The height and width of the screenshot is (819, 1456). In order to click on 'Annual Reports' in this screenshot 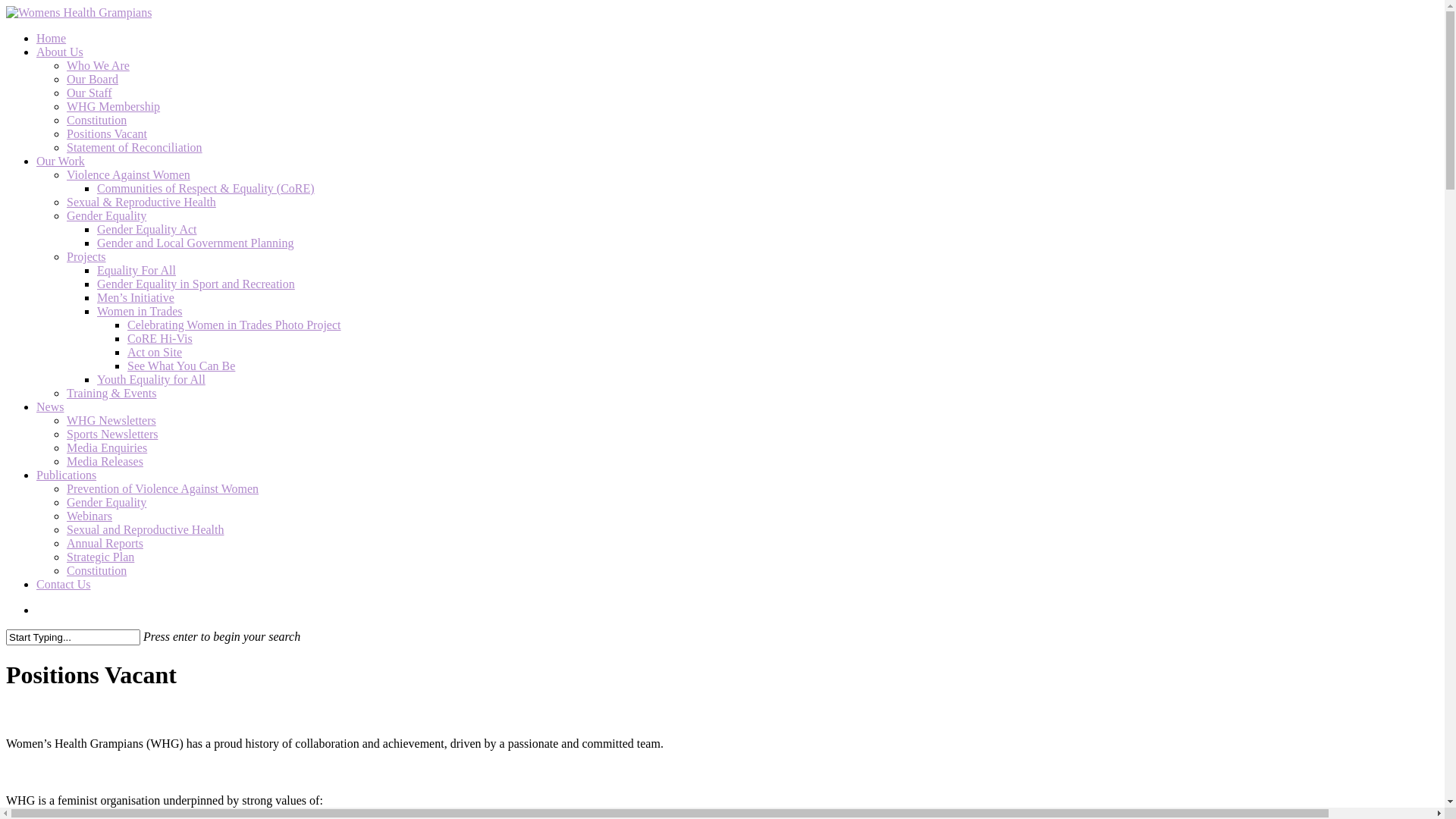, I will do `click(104, 542)`.